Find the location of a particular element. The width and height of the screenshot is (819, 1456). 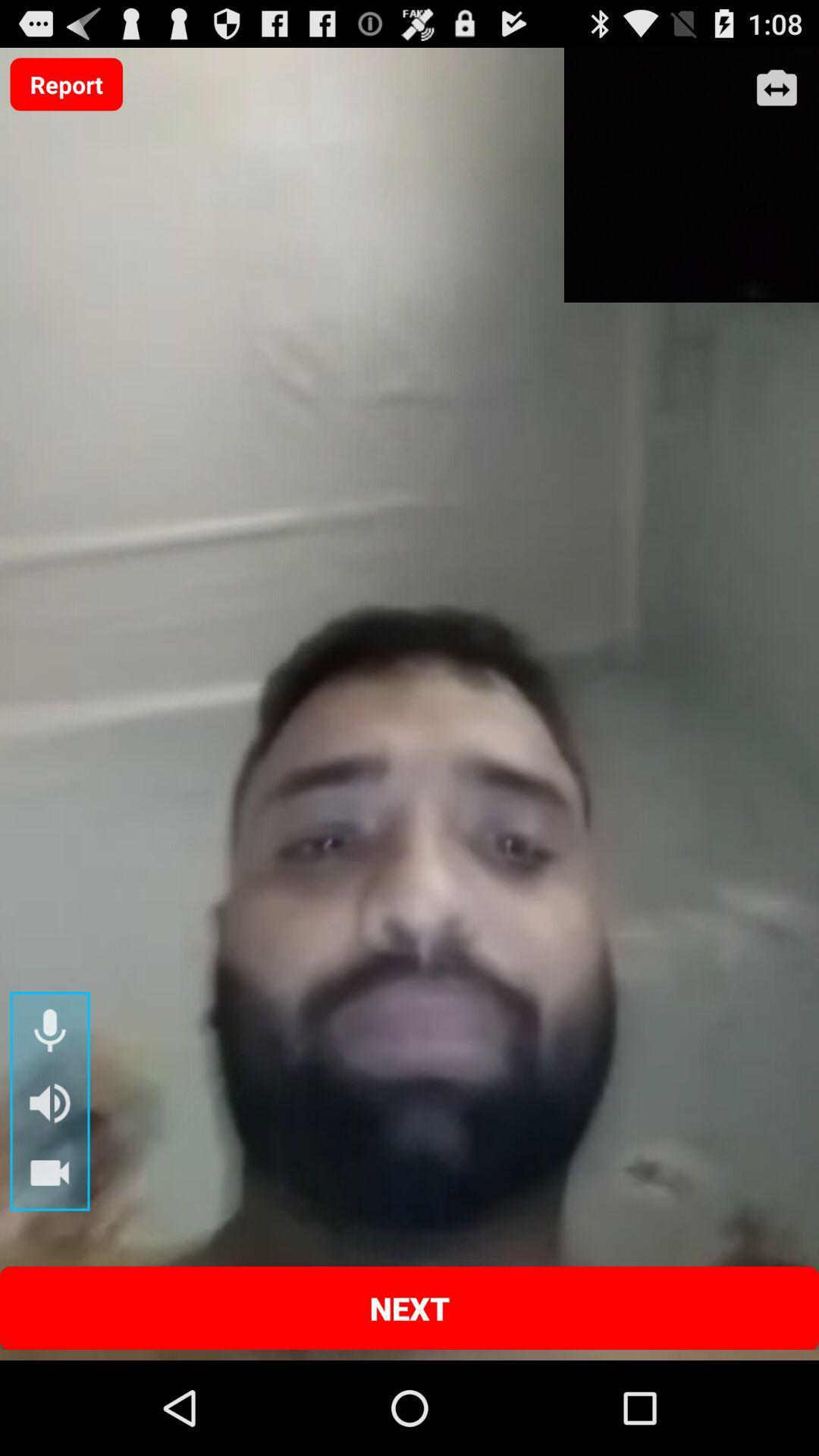

open camera is located at coordinates (777, 89).